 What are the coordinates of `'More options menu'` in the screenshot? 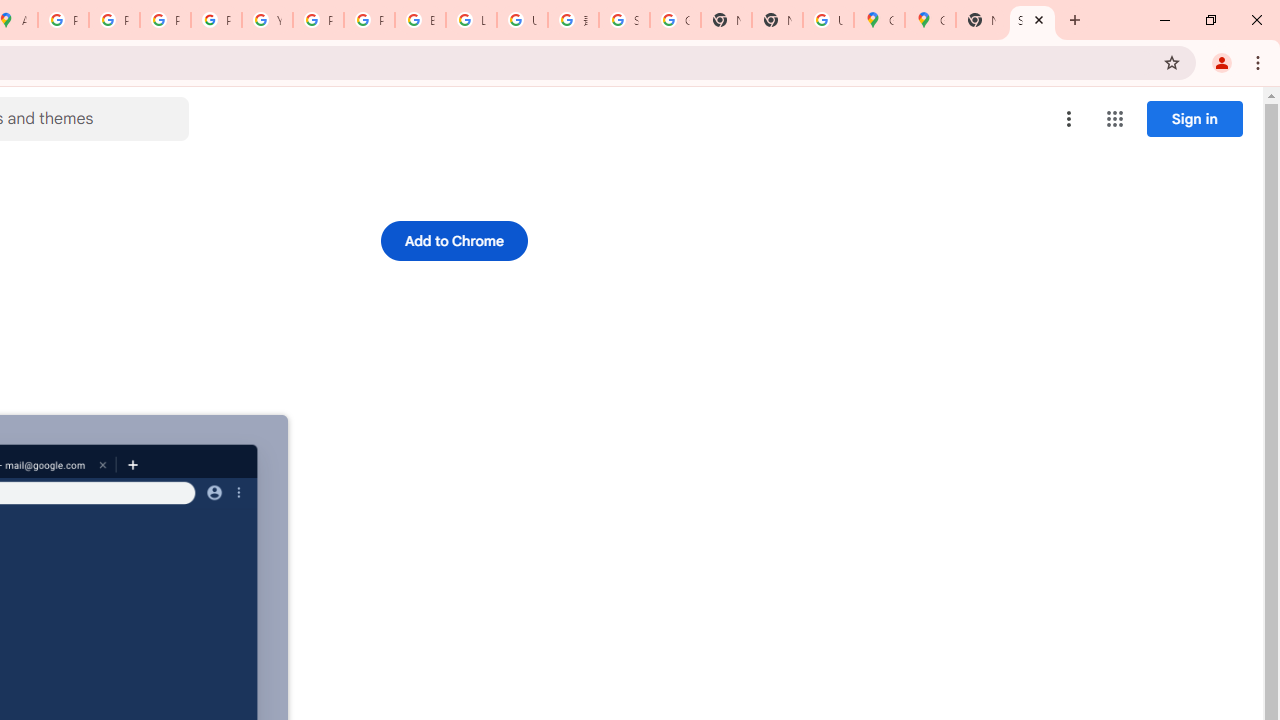 It's located at (1068, 119).